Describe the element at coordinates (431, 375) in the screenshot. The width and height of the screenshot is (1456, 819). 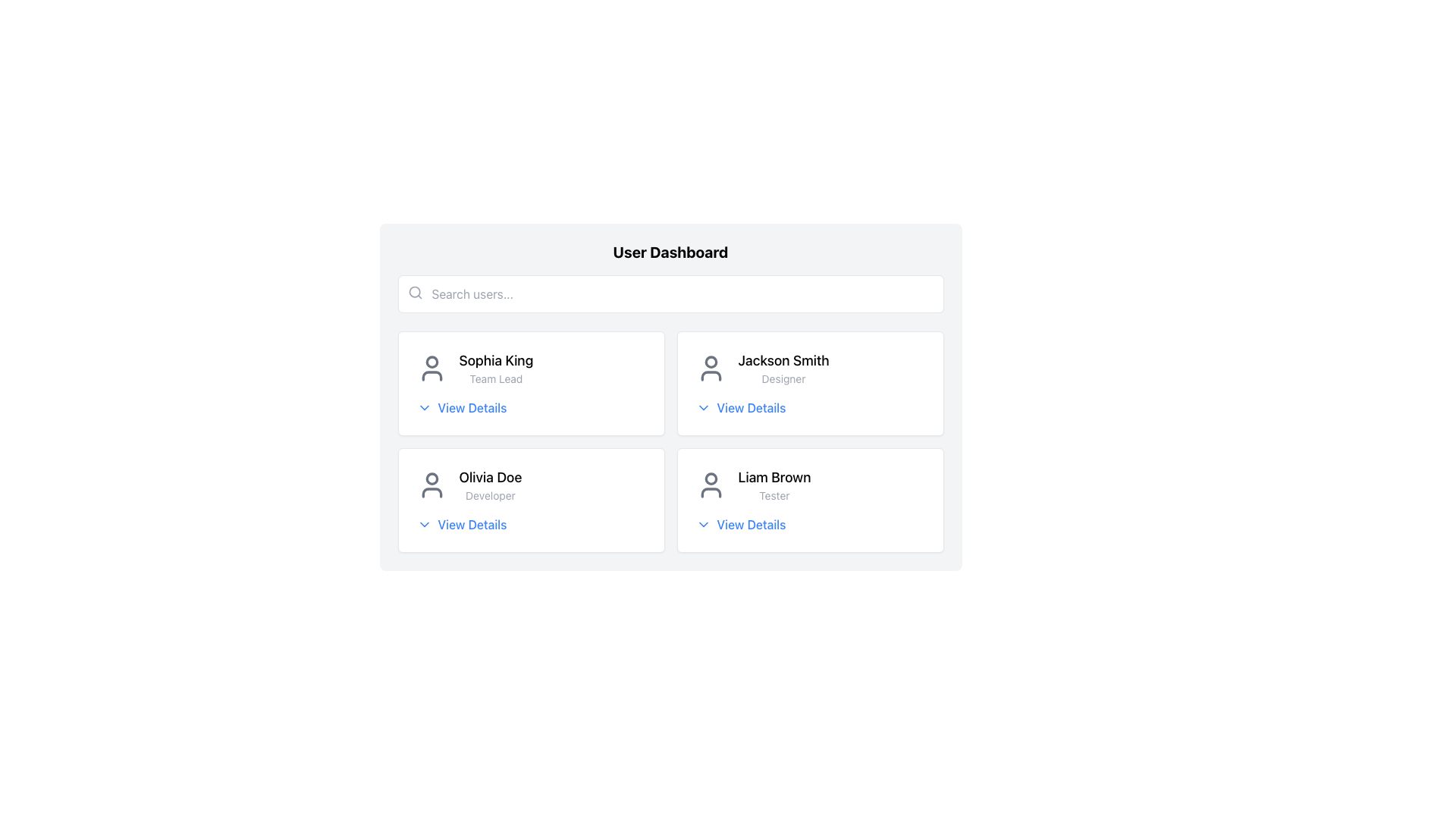
I see `the lower half of the user icon located within the leftmost user card in the dashboard` at that location.